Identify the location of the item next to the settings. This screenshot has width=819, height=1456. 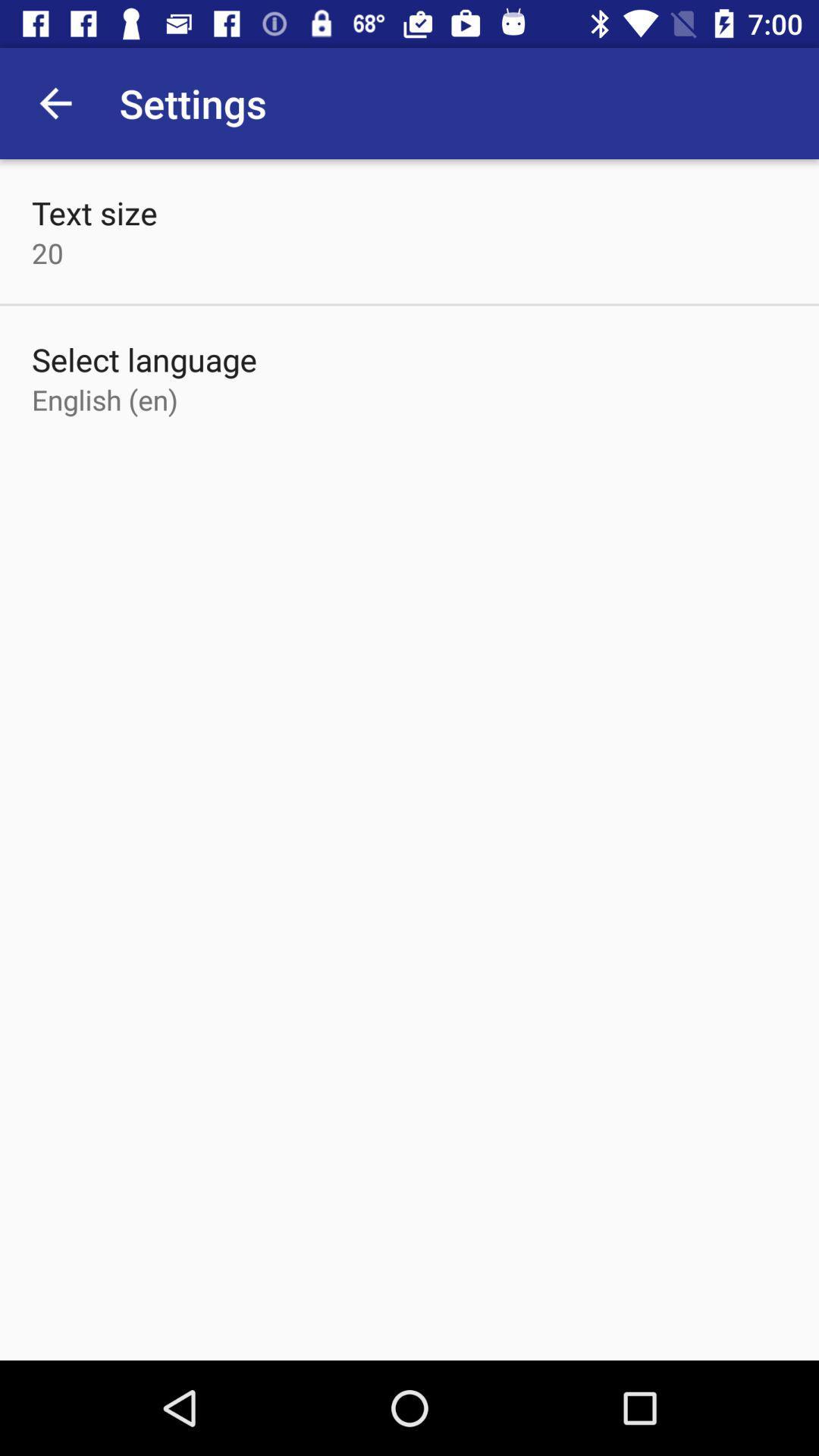
(55, 102).